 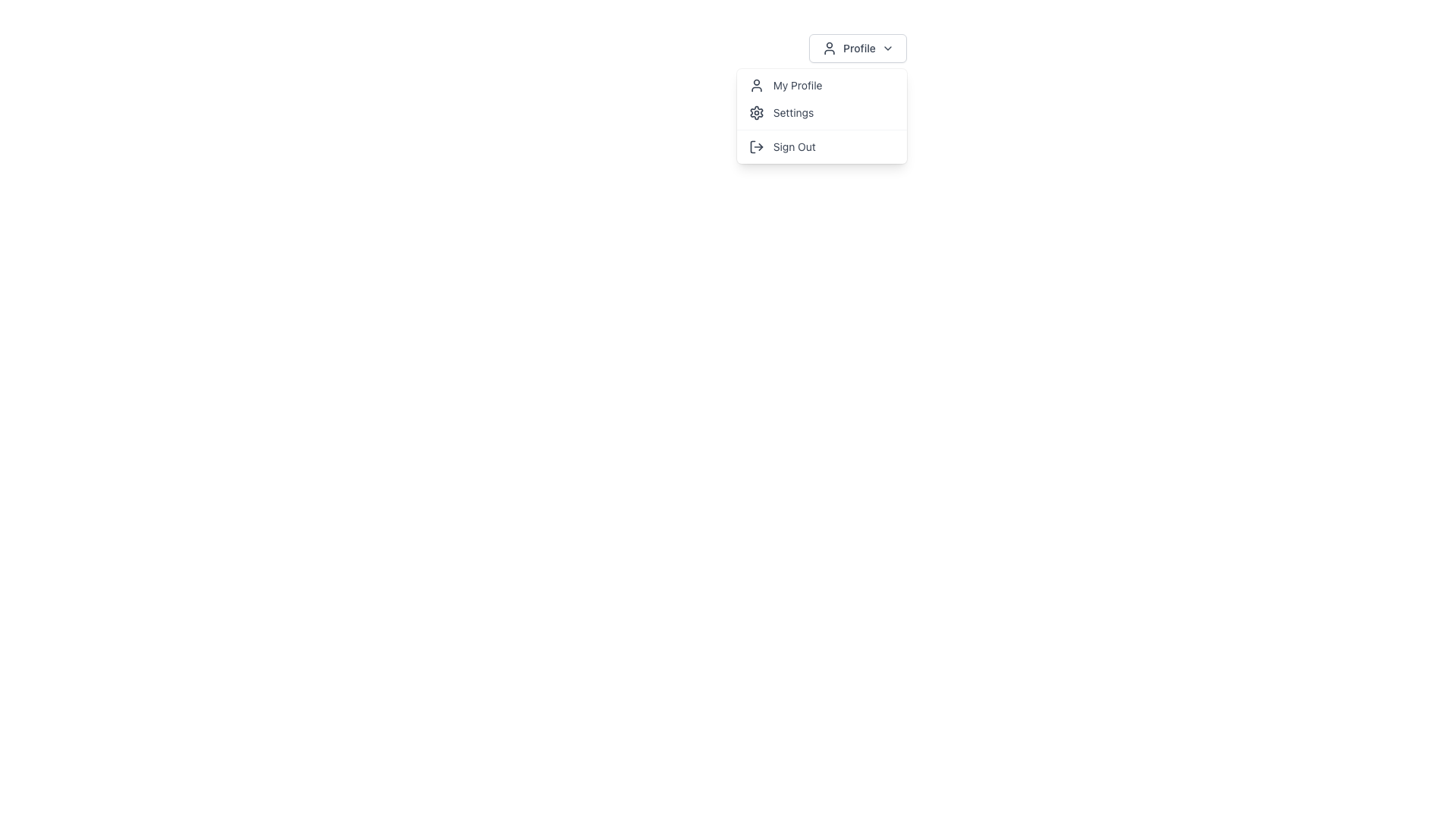 I want to click on the 'Sign Out' button, which is the last option in the dropdown menu, to provide visual feedback, so click(x=821, y=146).